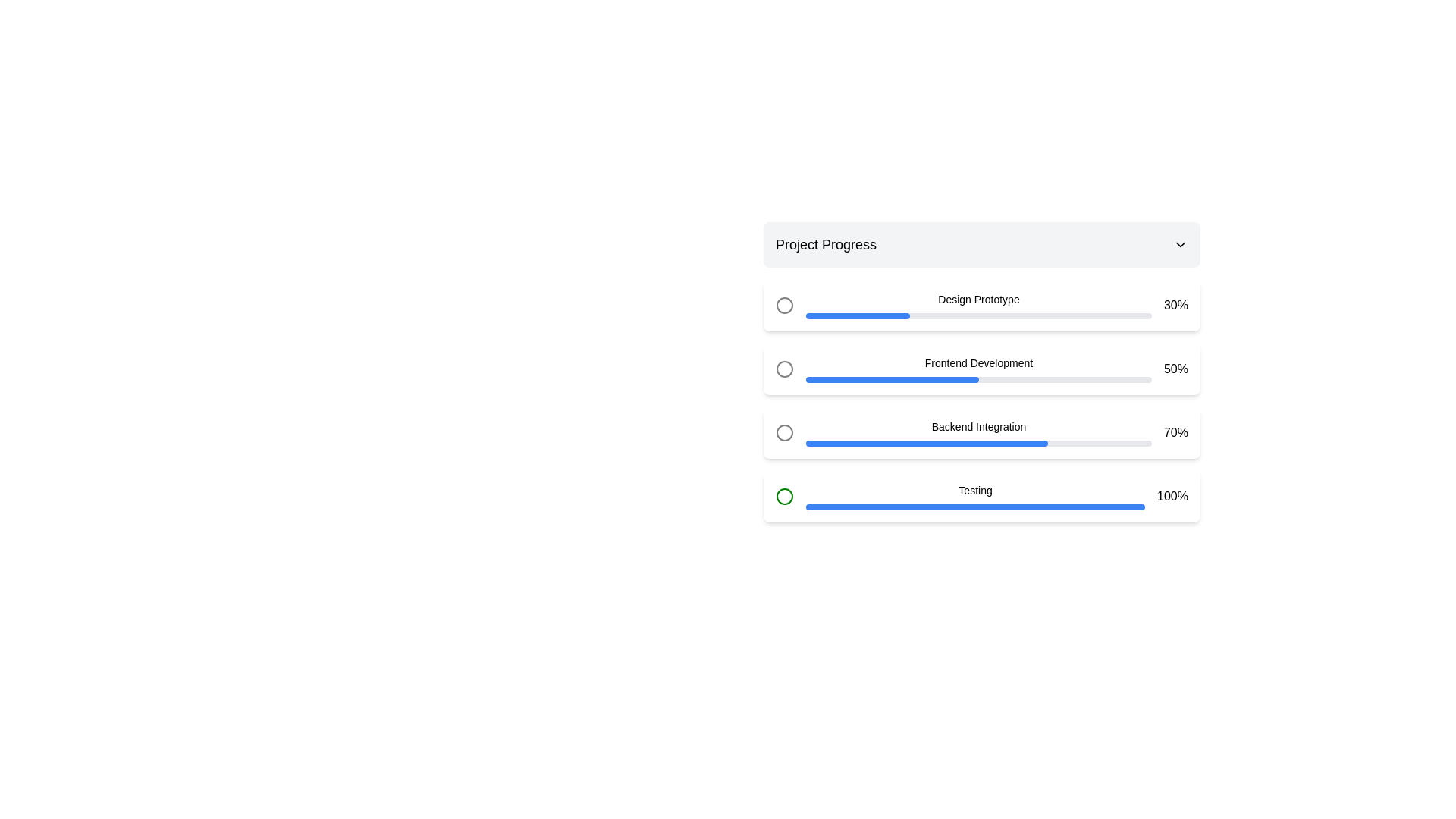 The width and height of the screenshot is (1456, 819). What do you see at coordinates (975, 507) in the screenshot?
I see `the horizontal progress bar located in the 'Testing' section, which is the only progress bar associated with that label and appears directly below it` at bounding box center [975, 507].